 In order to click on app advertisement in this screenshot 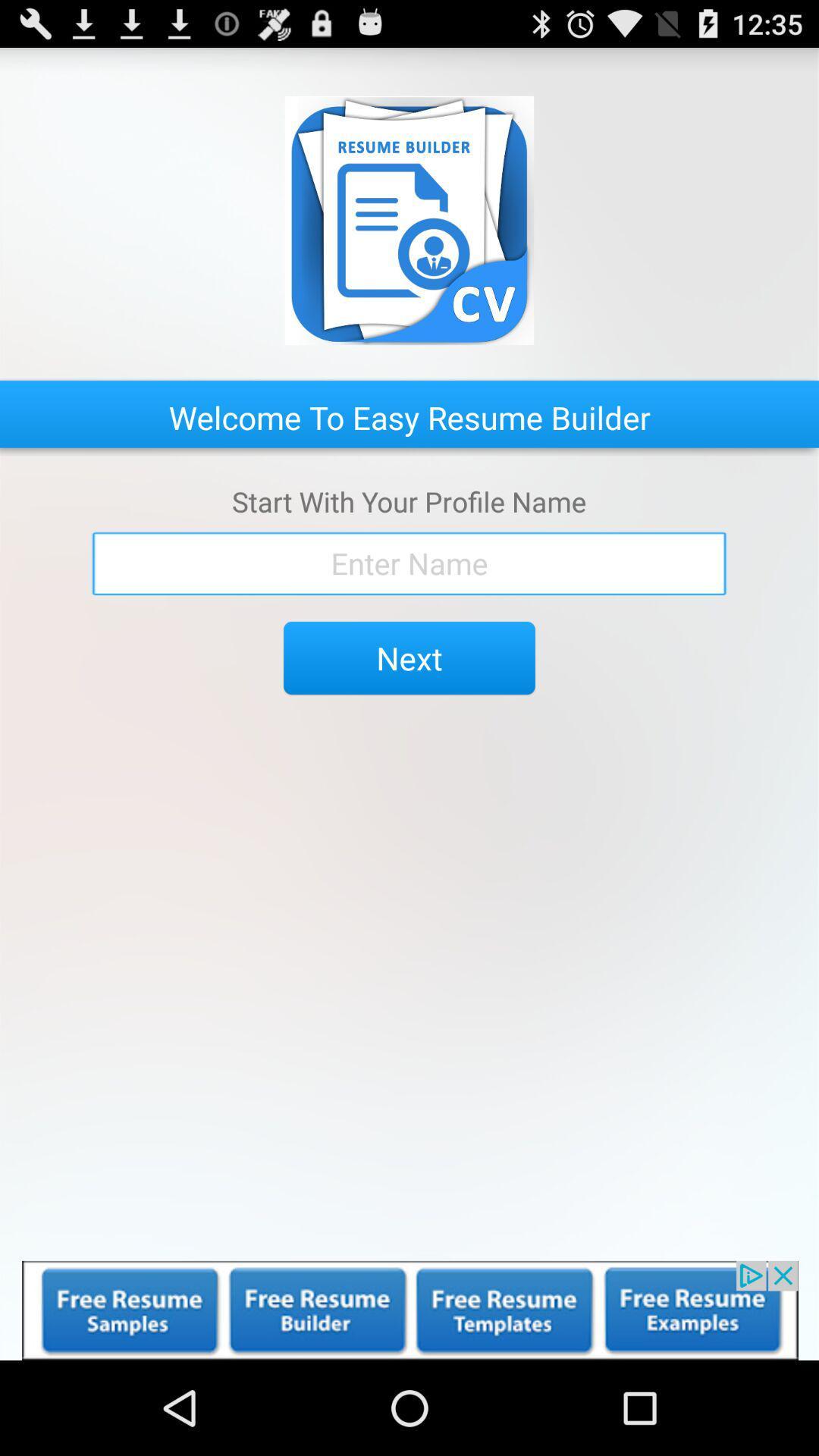, I will do `click(409, 1310)`.